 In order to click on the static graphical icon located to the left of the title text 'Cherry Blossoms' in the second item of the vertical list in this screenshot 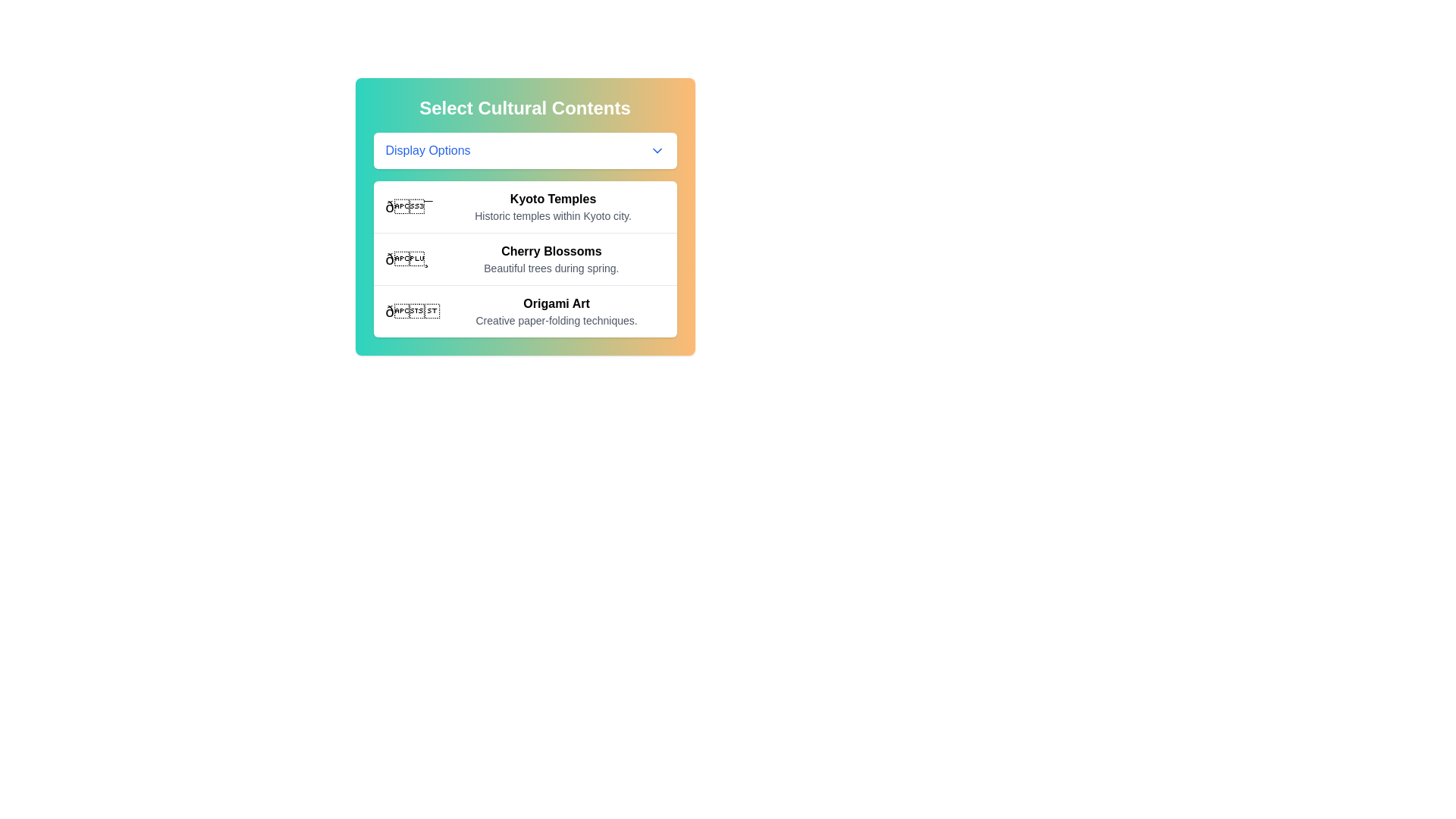, I will do `click(407, 259)`.